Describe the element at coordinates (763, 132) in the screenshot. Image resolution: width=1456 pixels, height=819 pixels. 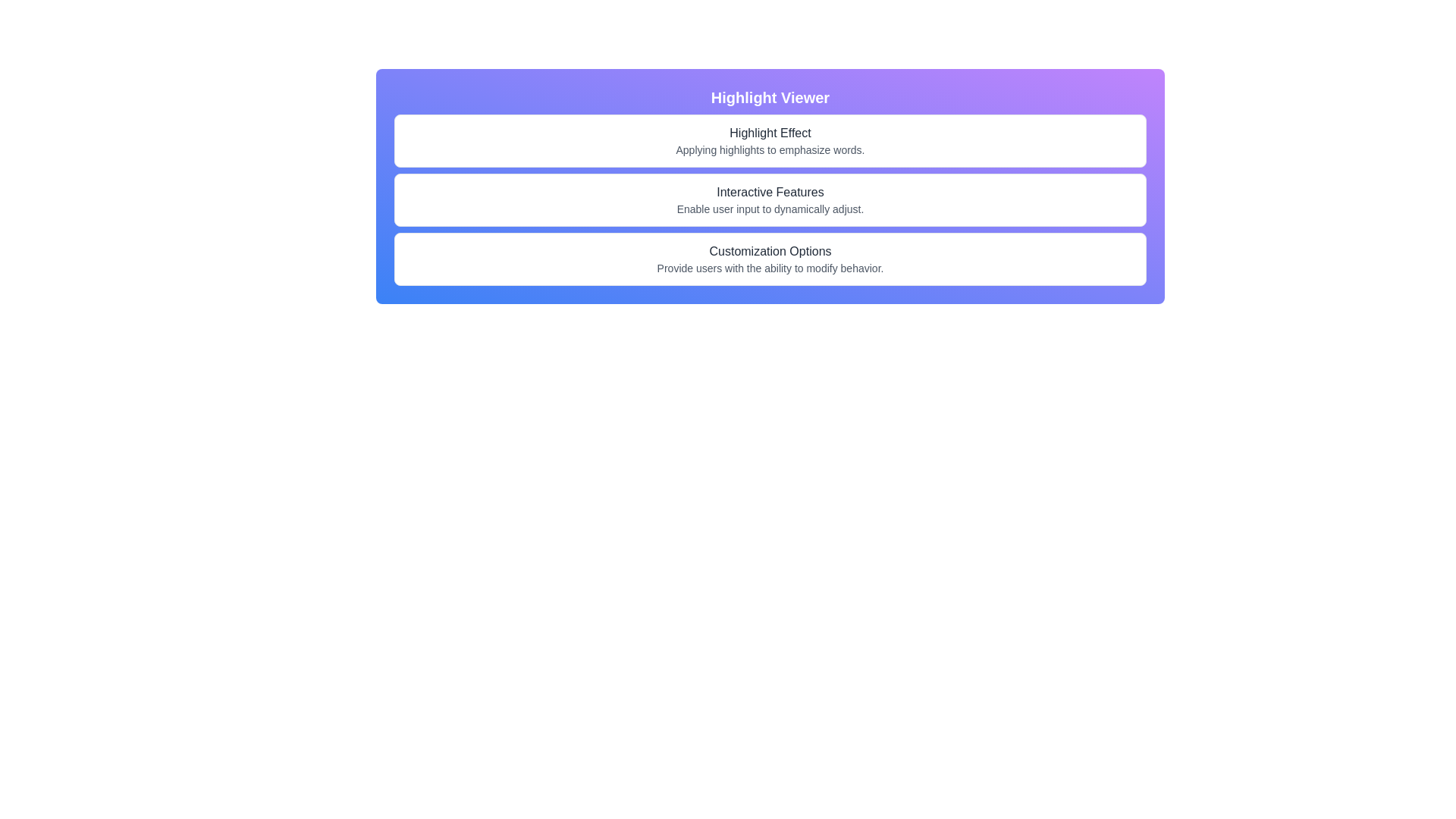
I see `the lowercase letter 'g' in the text 'Highlight Effect', which is the seventh character of the word 'Highlight'` at that location.